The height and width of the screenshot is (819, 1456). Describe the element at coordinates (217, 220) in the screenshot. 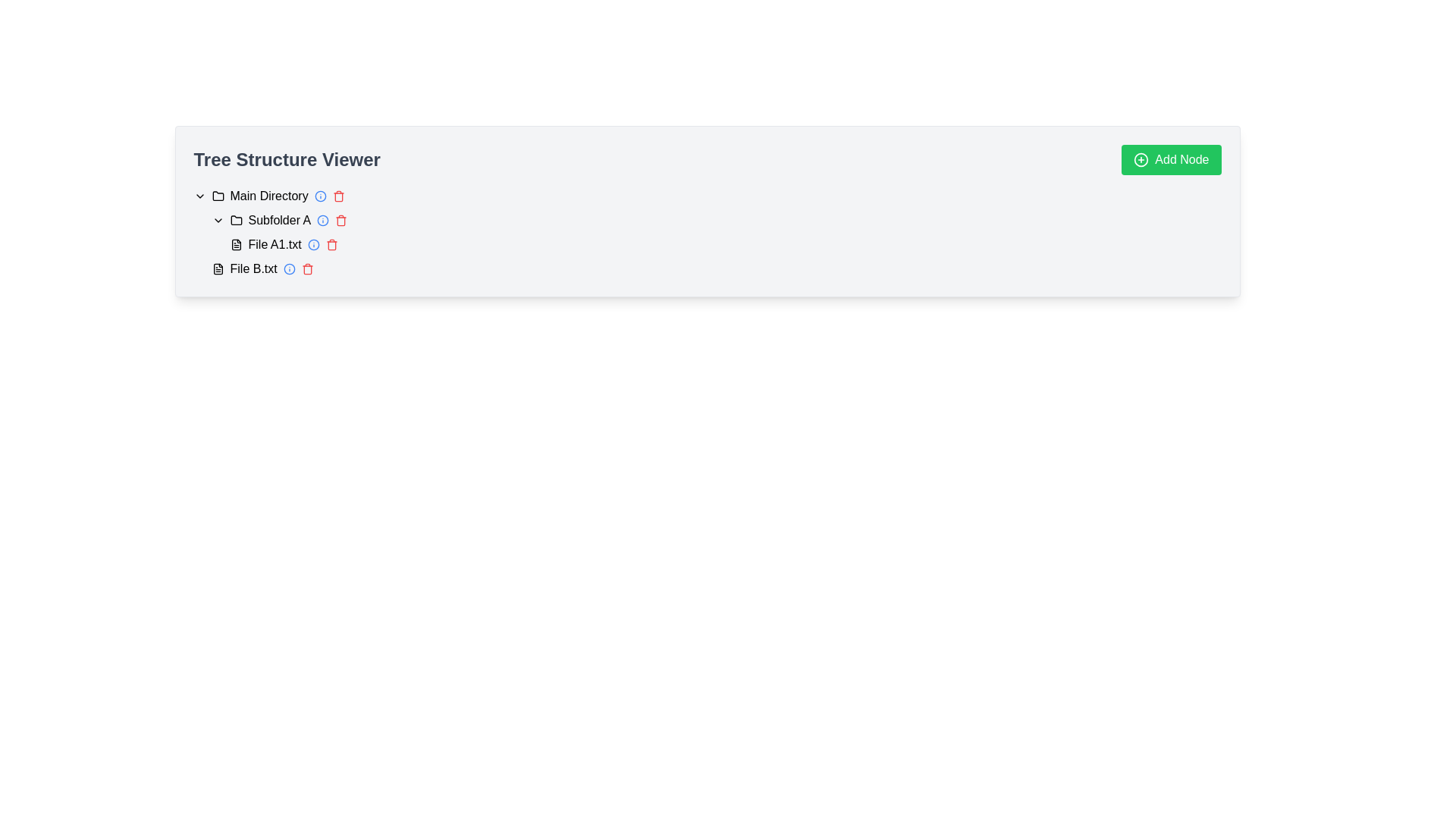

I see `the downward-pointing chevron icon button located to the left of the text 'Subfolder A'` at that location.